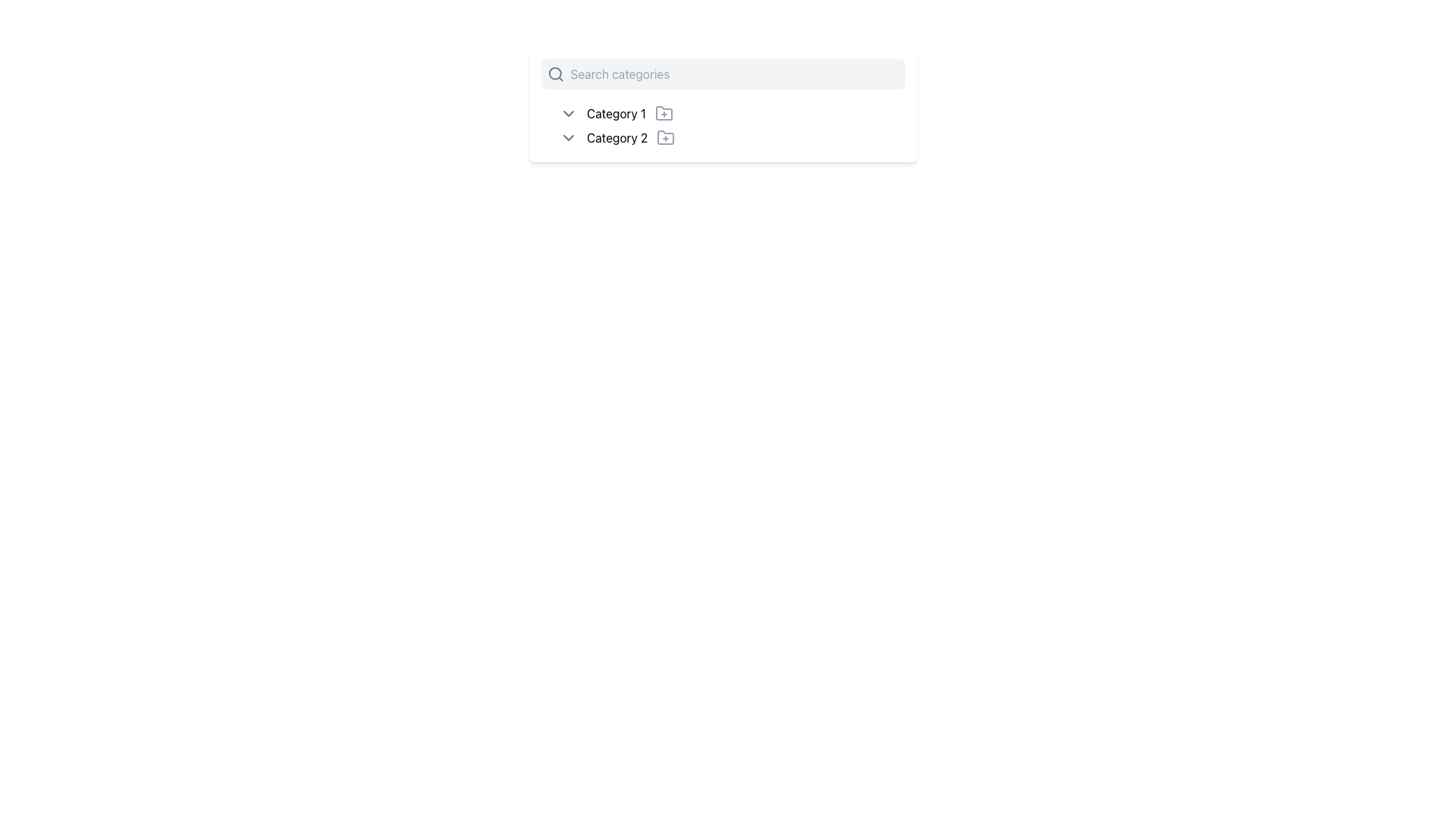 Image resolution: width=1456 pixels, height=819 pixels. I want to click on the icon located to the immediate right of the text 'Category 1', so click(664, 113).